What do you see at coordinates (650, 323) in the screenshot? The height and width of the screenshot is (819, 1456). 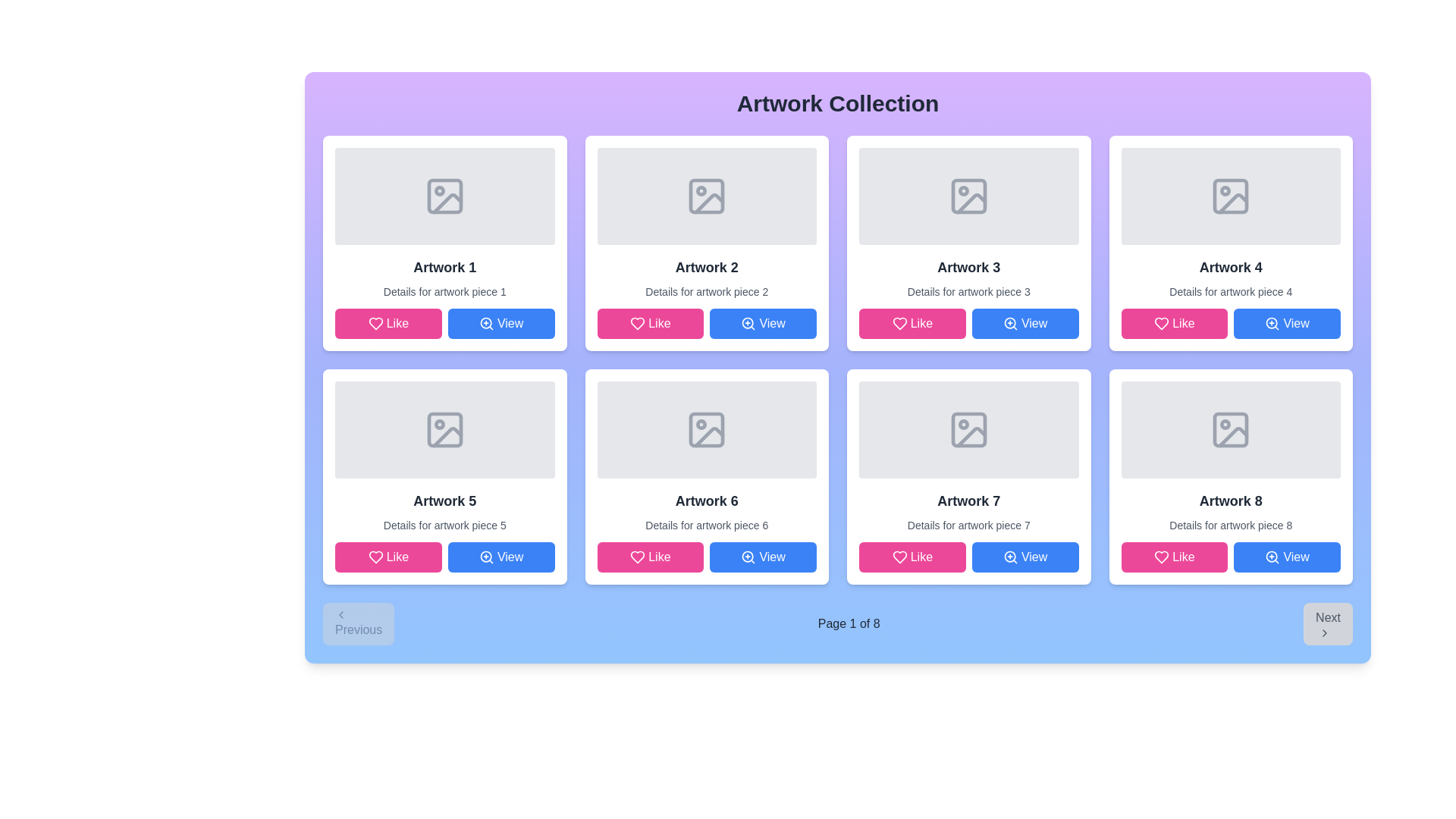 I see `the 'like' button for Artwork 2 to visualize its hover state` at bounding box center [650, 323].